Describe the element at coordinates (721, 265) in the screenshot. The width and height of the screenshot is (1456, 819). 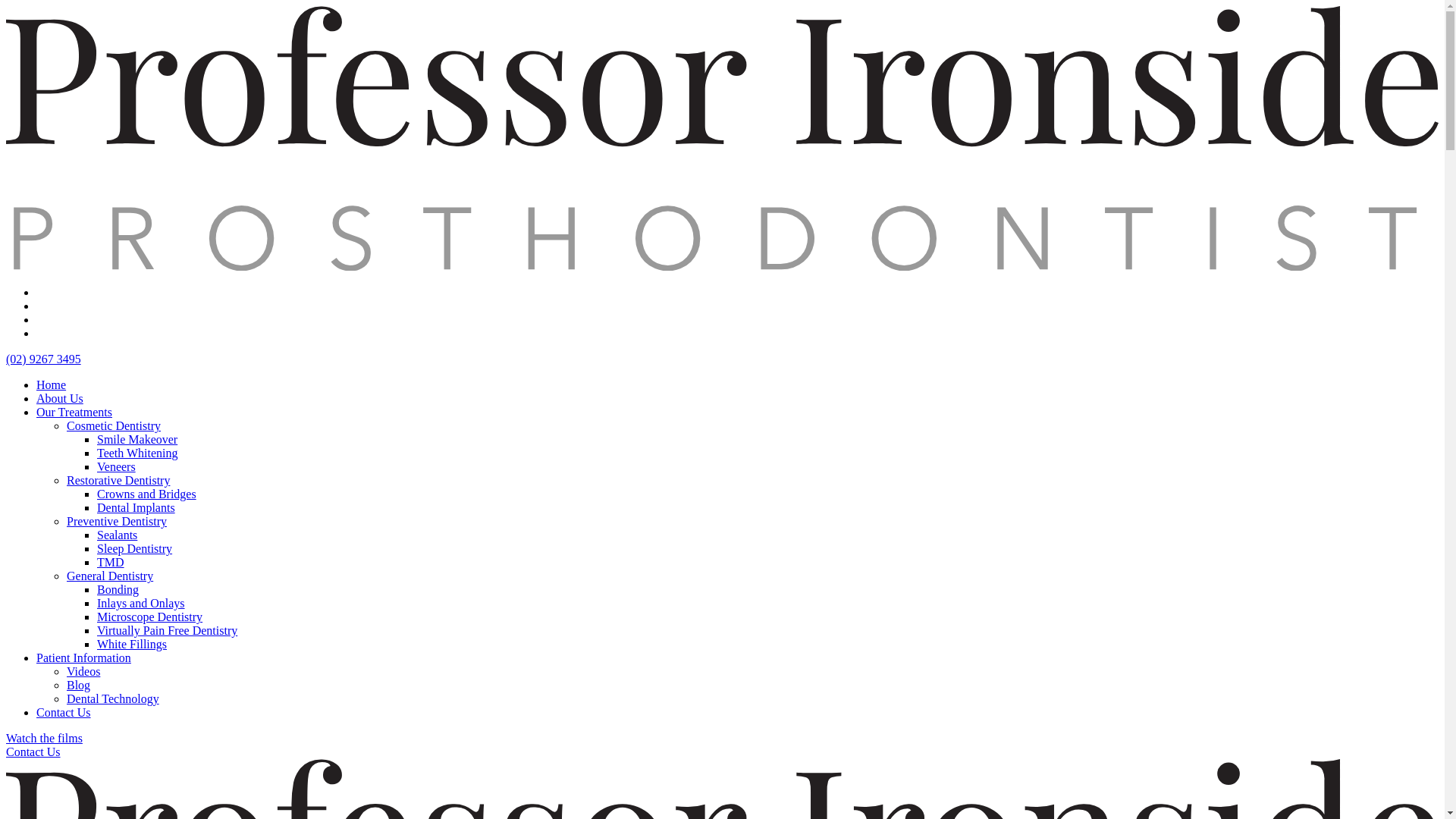
I see `'Logo'` at that location.